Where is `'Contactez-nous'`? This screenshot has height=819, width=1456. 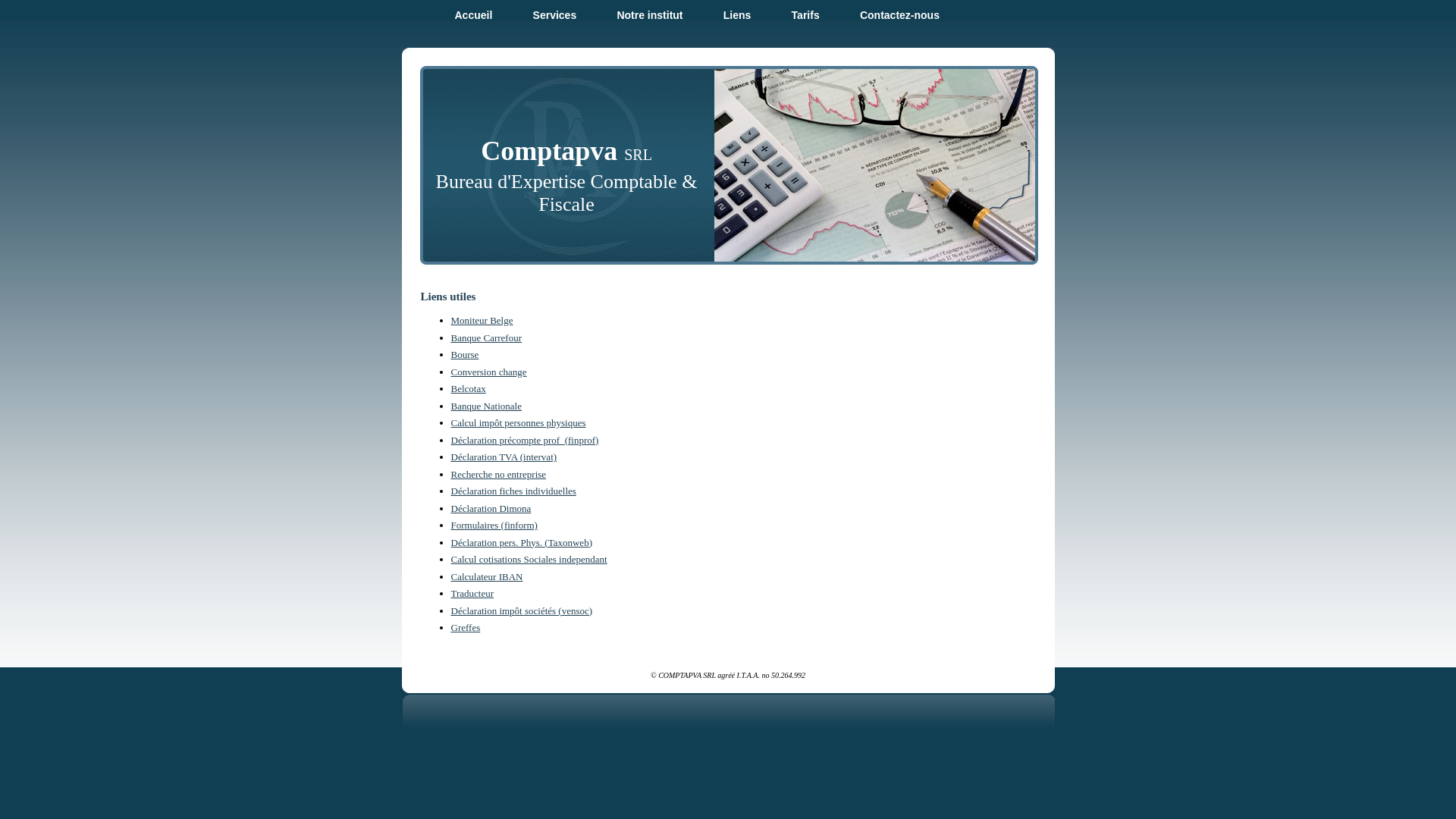 'Contactez-nous' is located at coordinates (899, 14).